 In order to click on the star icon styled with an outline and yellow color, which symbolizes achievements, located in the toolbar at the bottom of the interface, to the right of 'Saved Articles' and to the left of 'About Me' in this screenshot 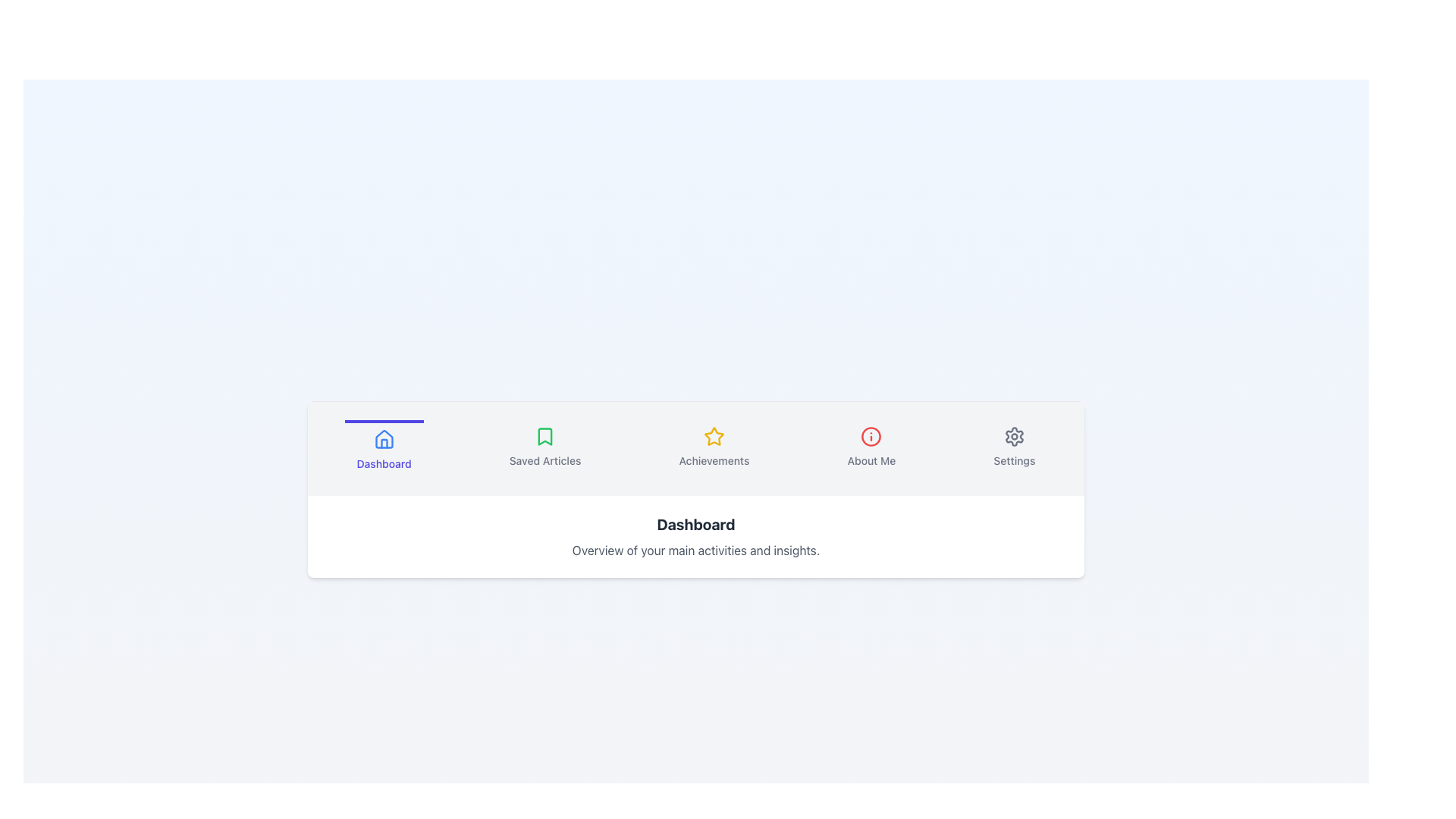, I will do `click(713, 436)`.